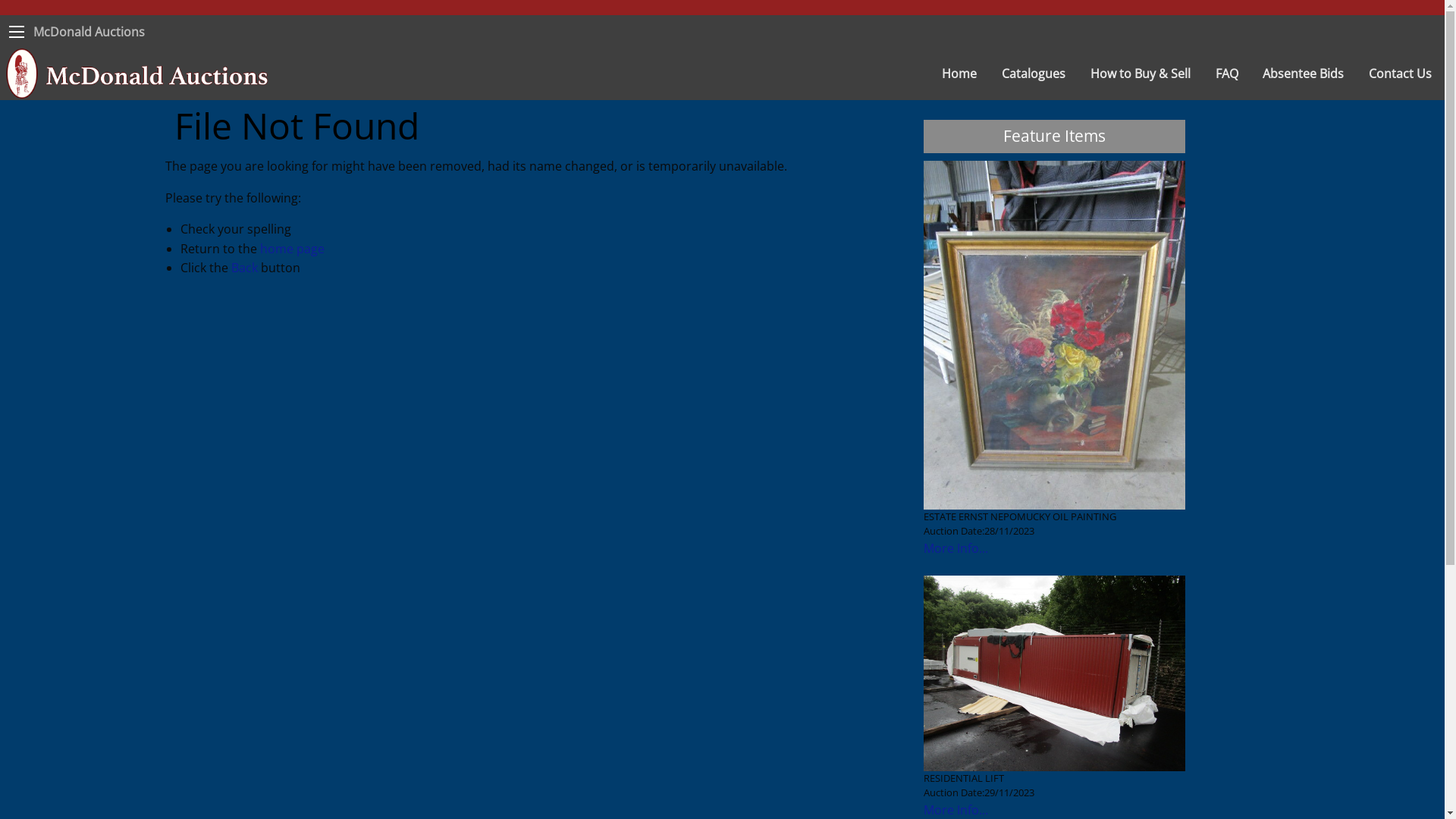 This screenshot has width=1456, height=819. Describe the element at coordinates (1227, 73) in the screenshot. I see `'FAQ'` at that location.